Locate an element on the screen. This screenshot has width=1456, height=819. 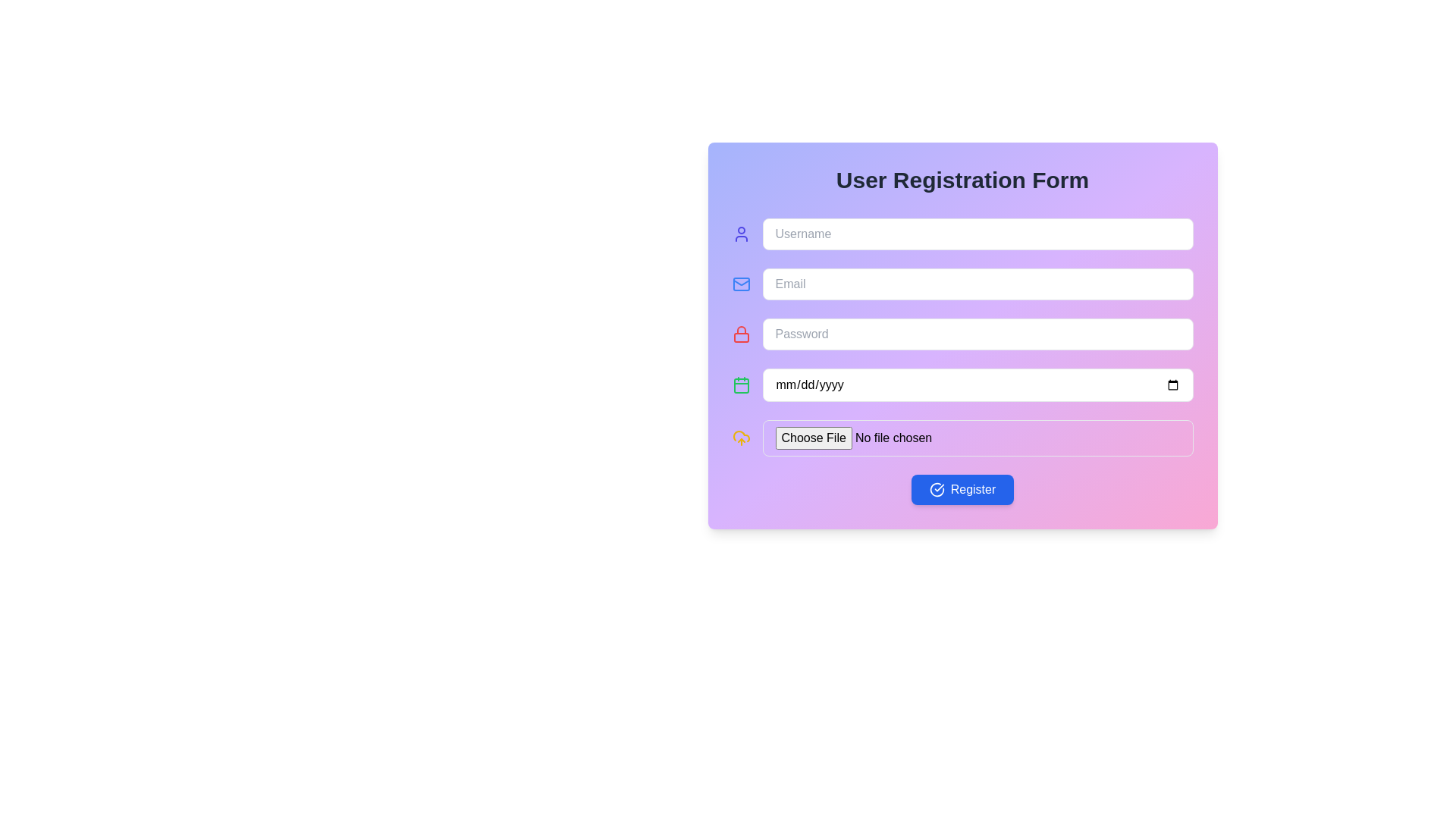
the File input field is located at coordinates (962, 438).